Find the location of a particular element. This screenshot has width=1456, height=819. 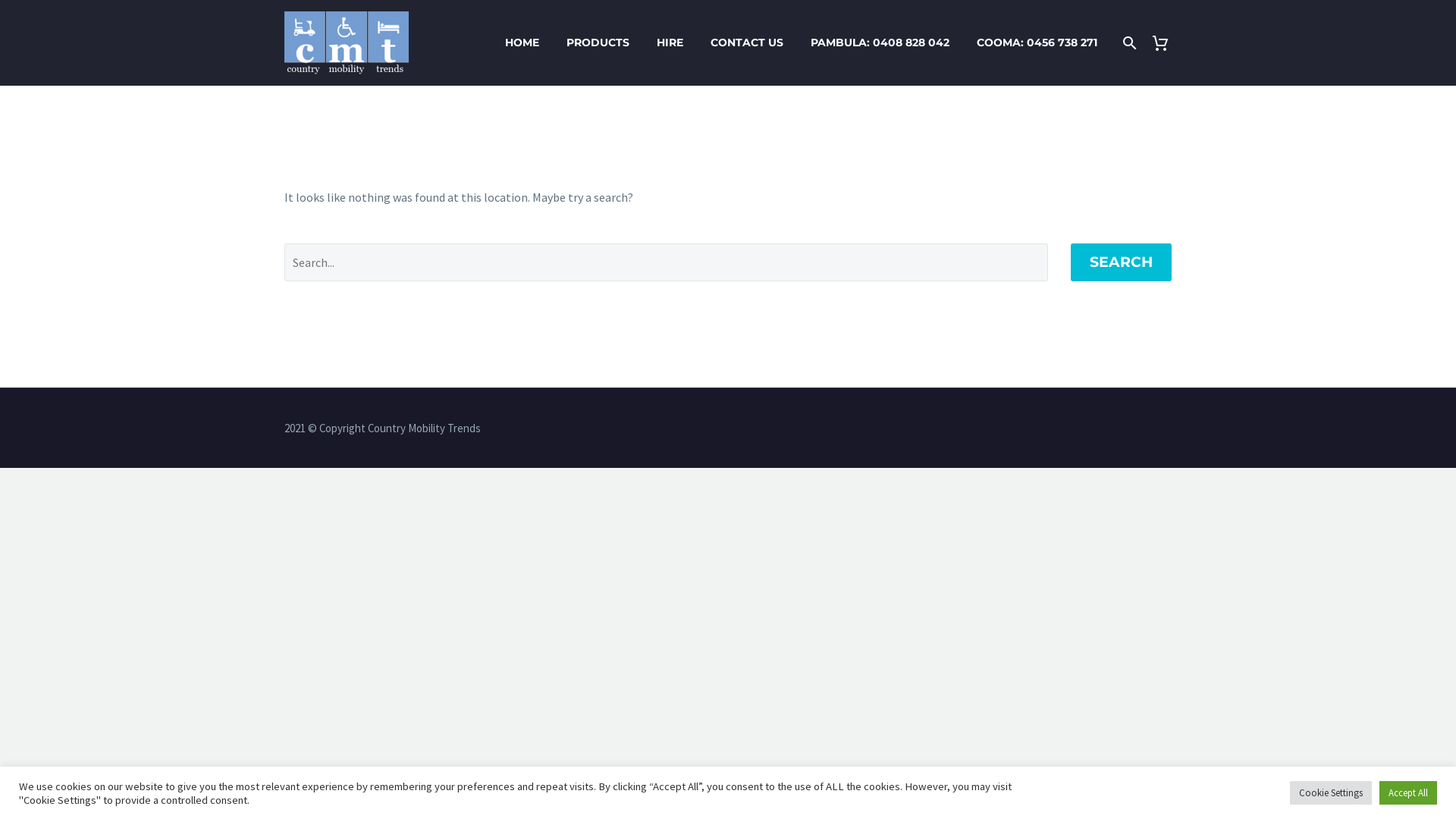

'SEARCH' is located at coordinates (1121, 262).